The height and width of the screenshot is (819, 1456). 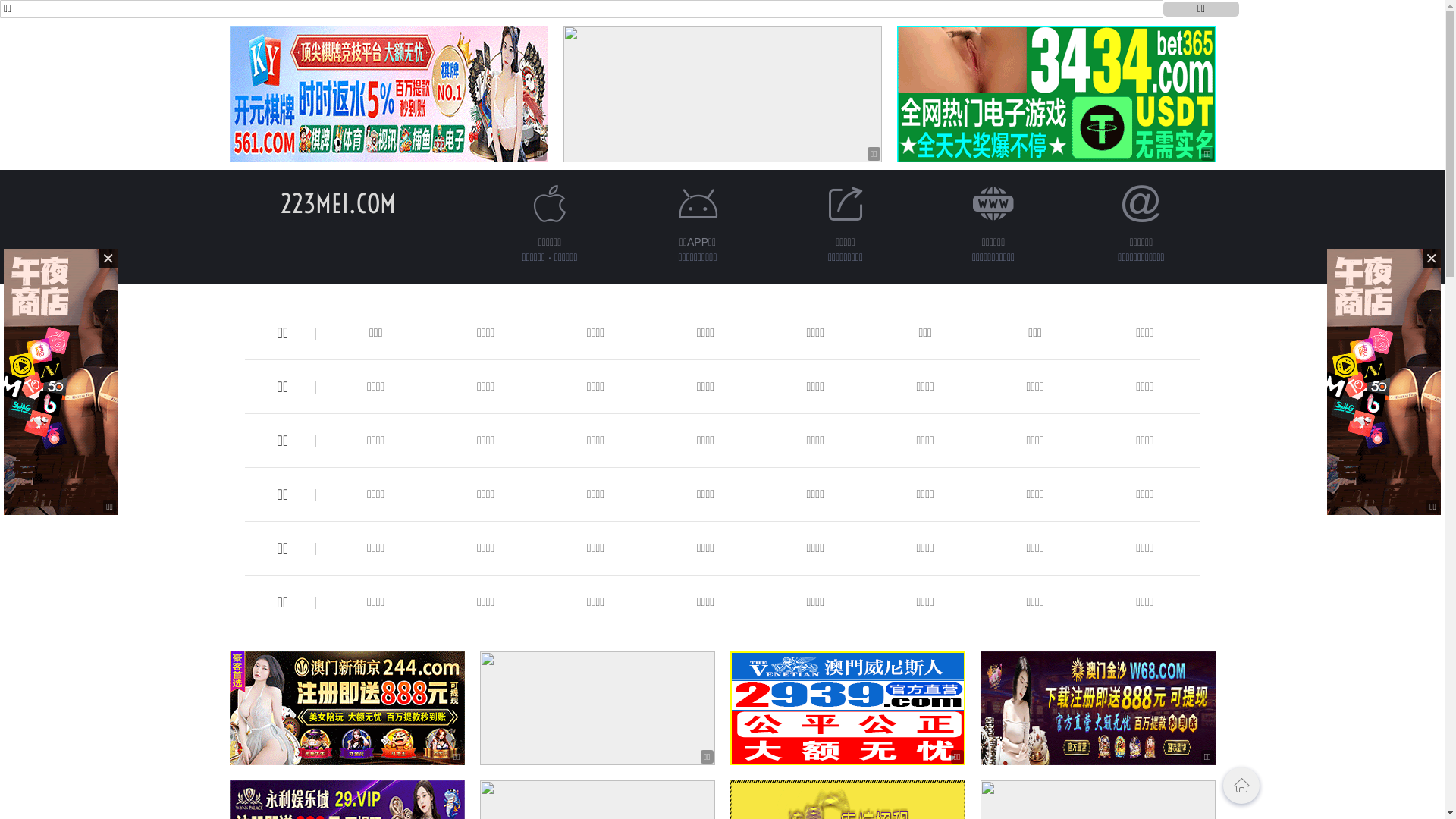 I want to click on '223MEI.COM', so click(x=337, y=202).